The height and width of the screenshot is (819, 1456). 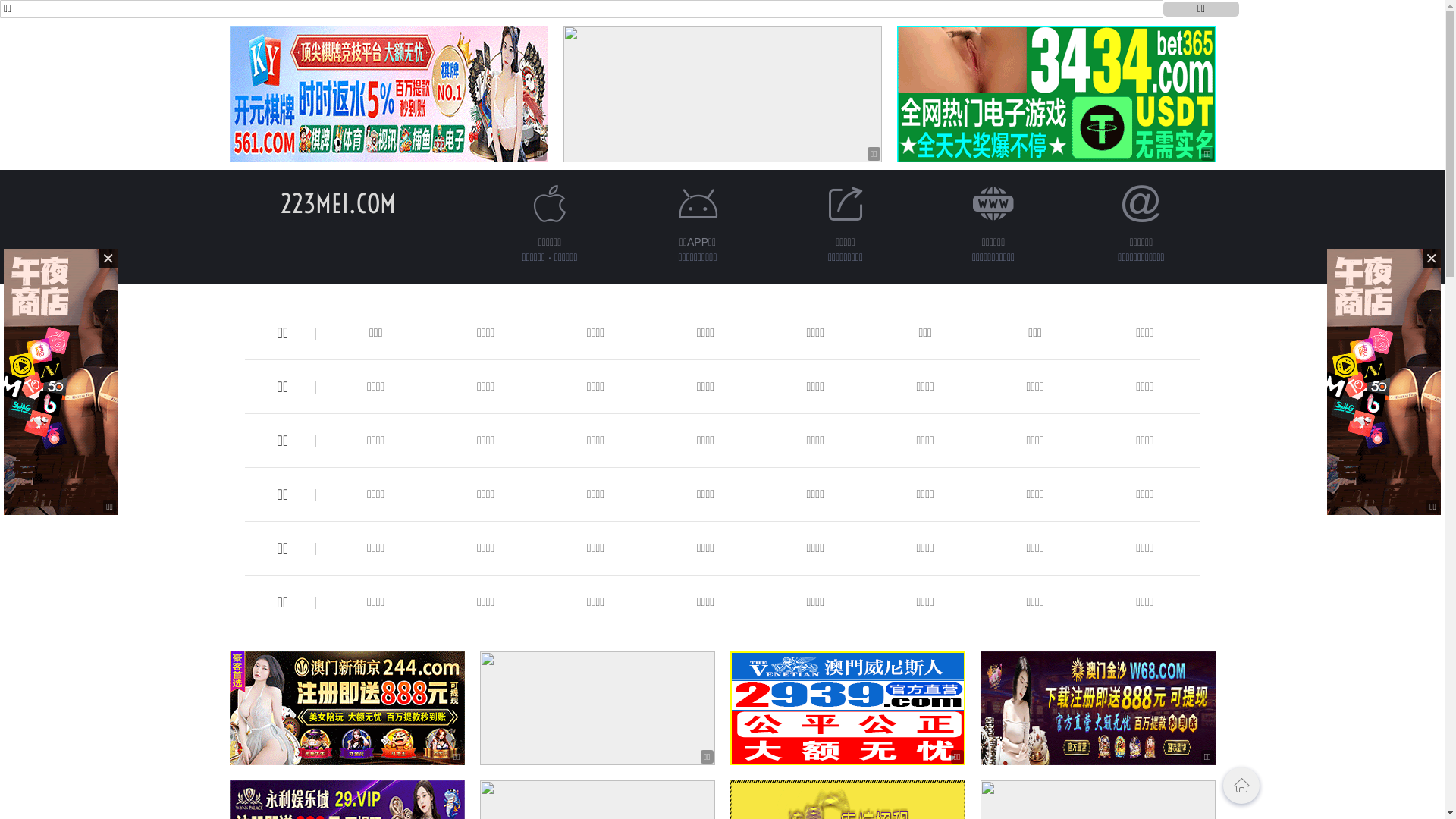 I want to click on '223MEI.COM', so click(x=337, y=202).